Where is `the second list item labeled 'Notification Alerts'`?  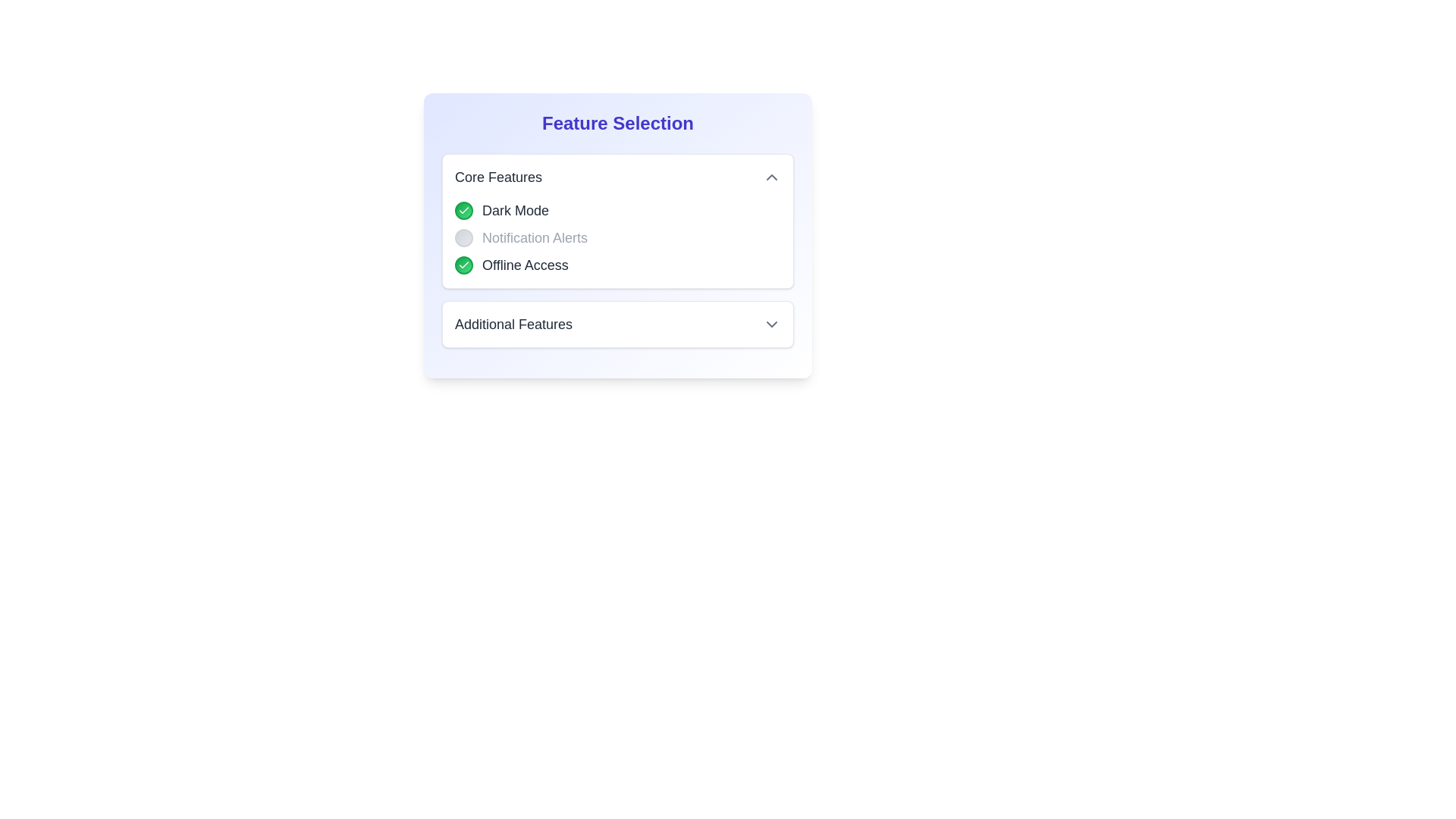
the second list item labeled 'Notification Alerts' is located at coordinates (618, 237).